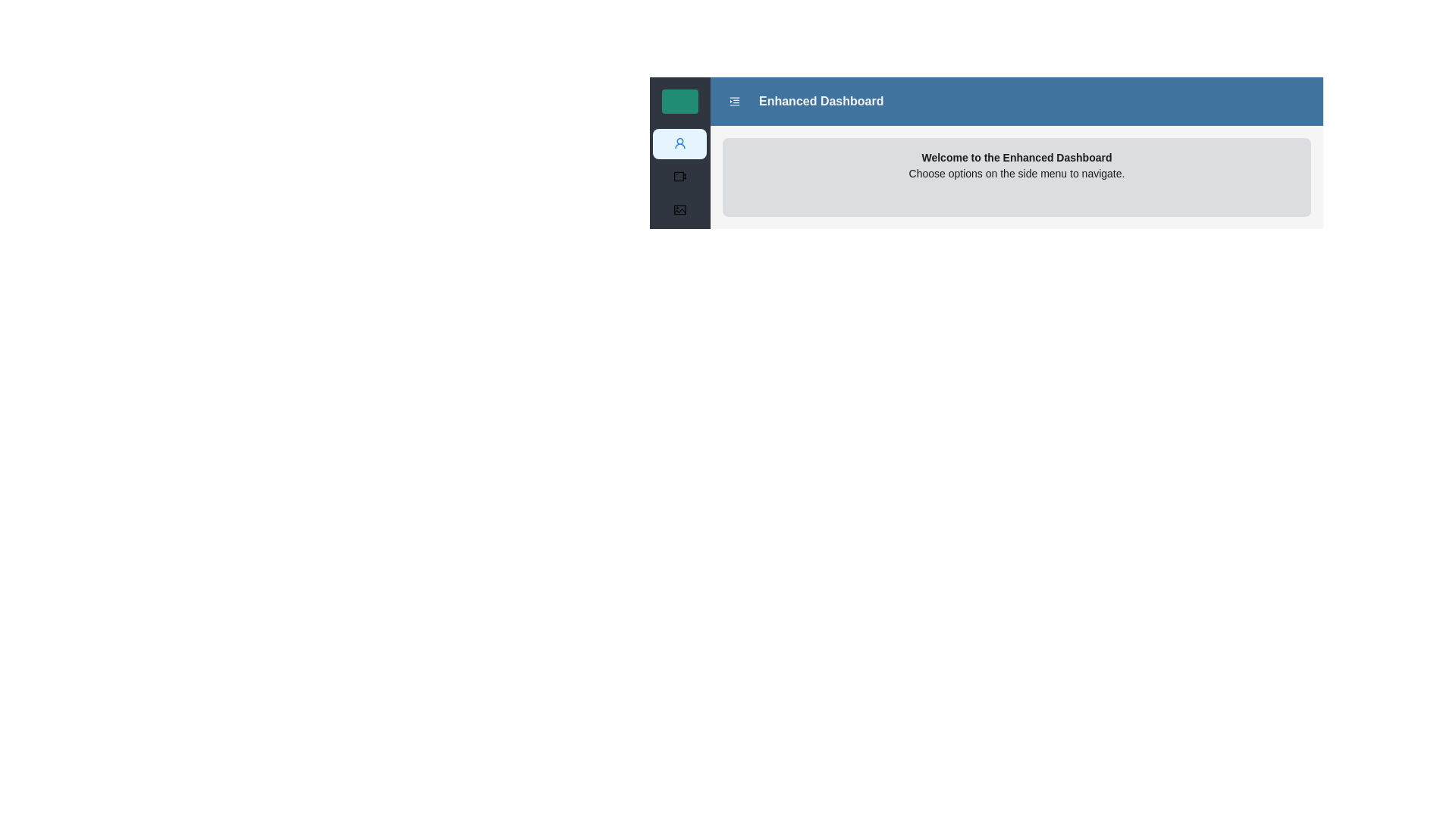 The height and width of the screenshot is (819, 1456). What do you see at coordinates (679, 210) in the screenshot?
I see `the 'Gallery' icon located` at bounding box center [679, 210].